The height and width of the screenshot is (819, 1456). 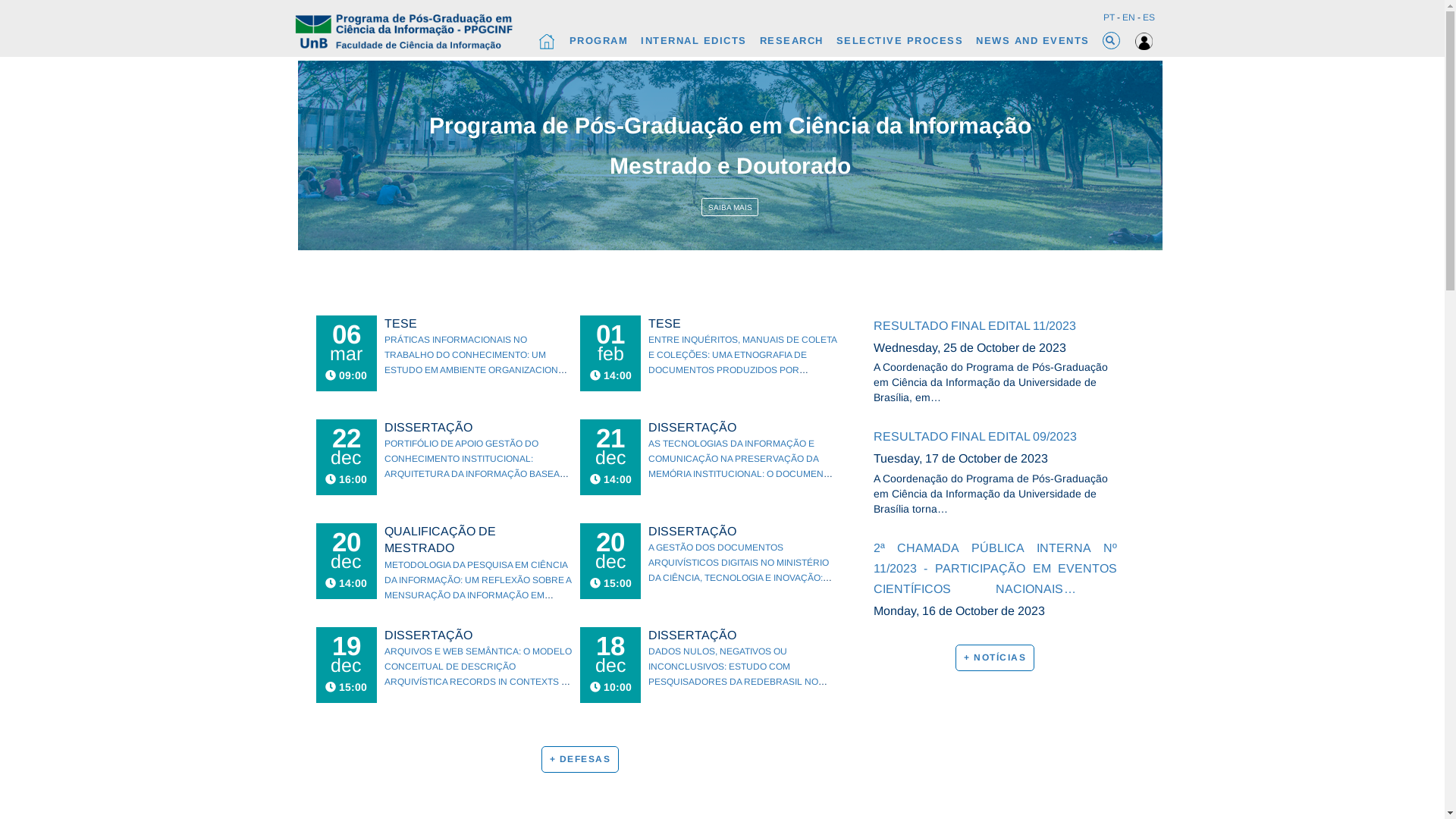 I want to click on 'RESULTADO FINAL EDITAL 09/2023', so click(x=996, y=436).